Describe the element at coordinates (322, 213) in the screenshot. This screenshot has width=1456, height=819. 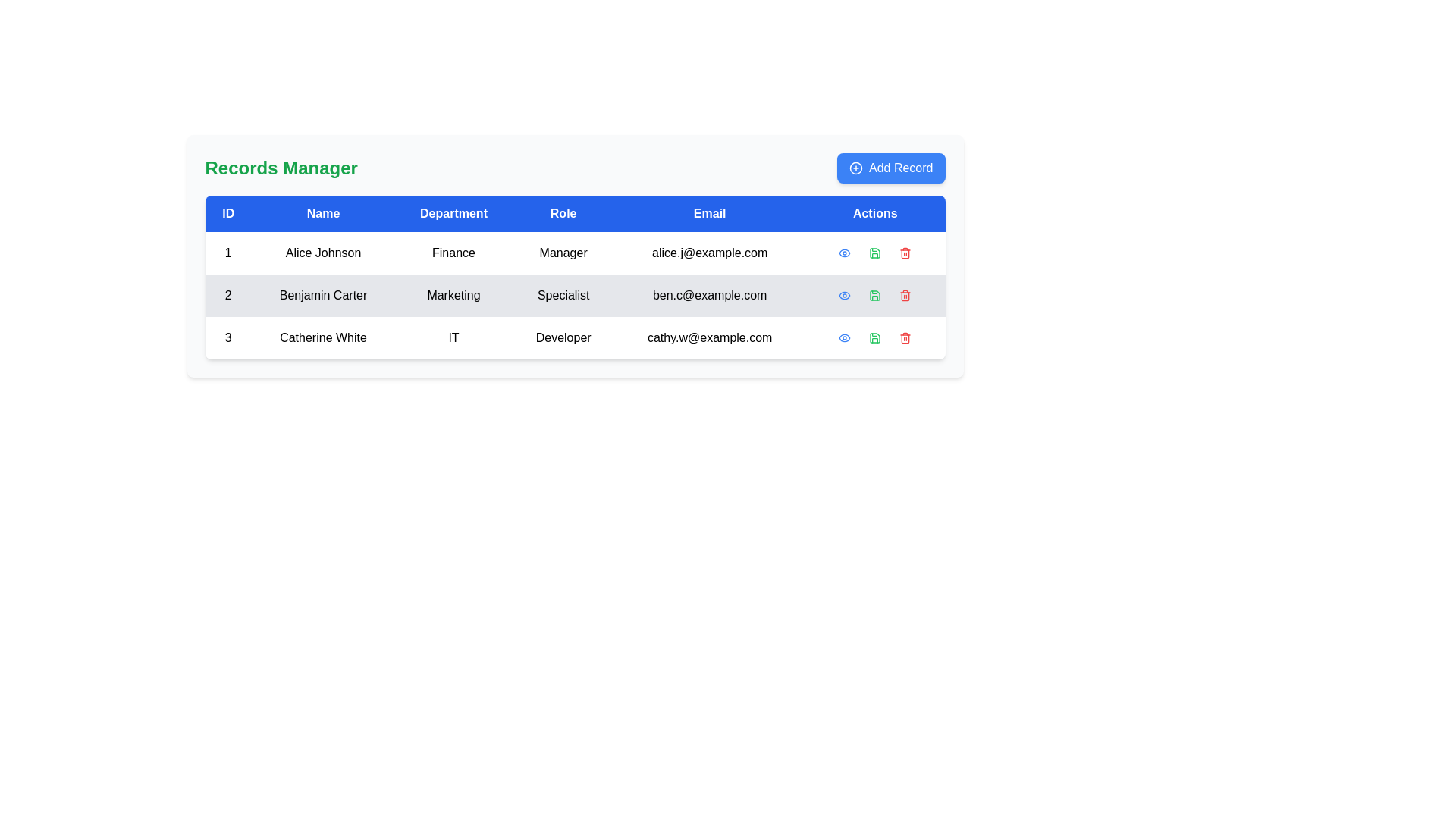
I see `the Table Header Cell labeled 'Name', which is the second column header in the data table, positioned between the 'ID' and 'Department' headers` at that location.